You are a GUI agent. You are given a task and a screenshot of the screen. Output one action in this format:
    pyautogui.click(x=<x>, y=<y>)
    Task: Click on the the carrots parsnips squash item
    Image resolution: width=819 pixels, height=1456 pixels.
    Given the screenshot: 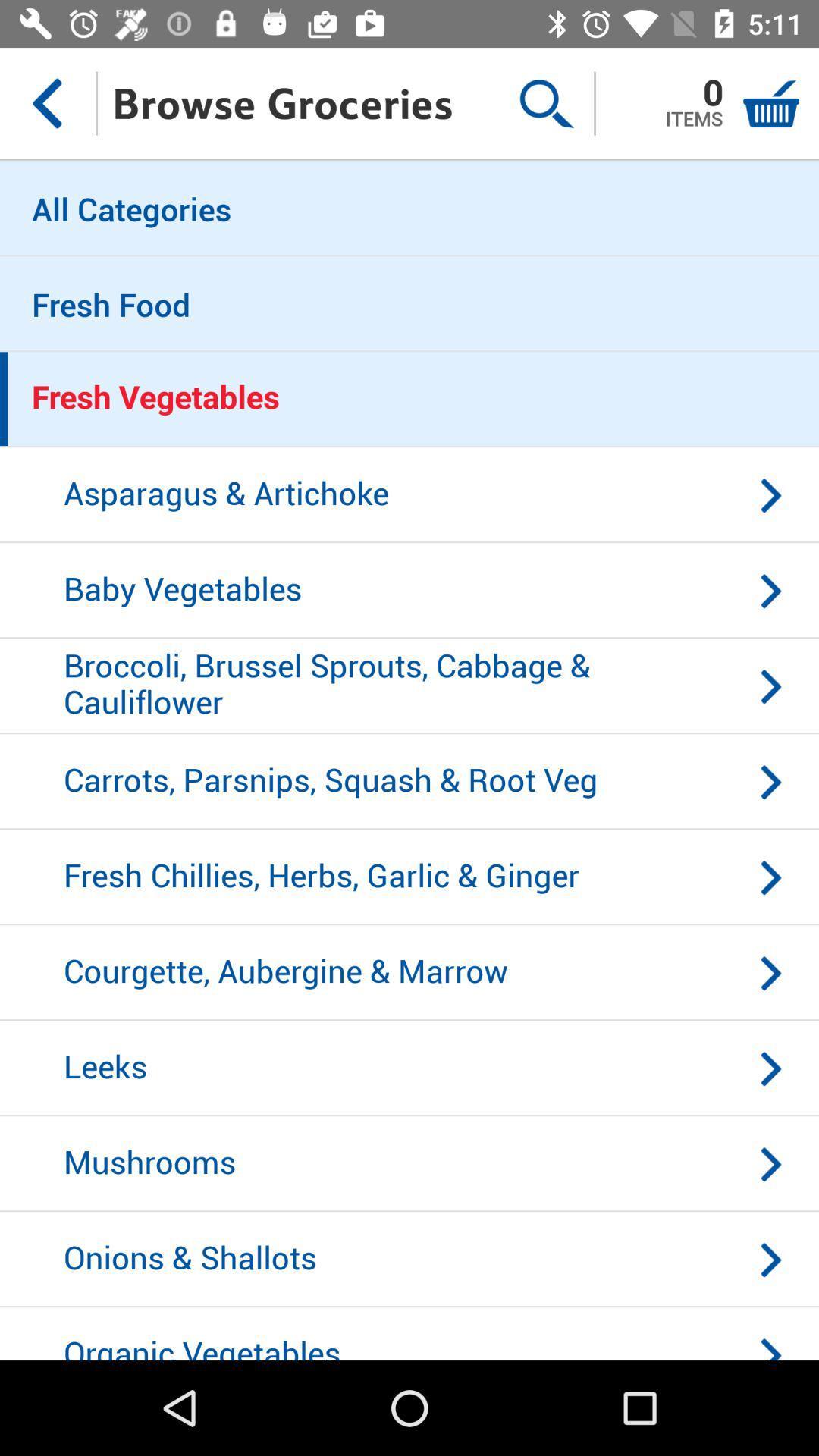 What is the action you would take?
    pyautogui.click(x=409, y=782)
    